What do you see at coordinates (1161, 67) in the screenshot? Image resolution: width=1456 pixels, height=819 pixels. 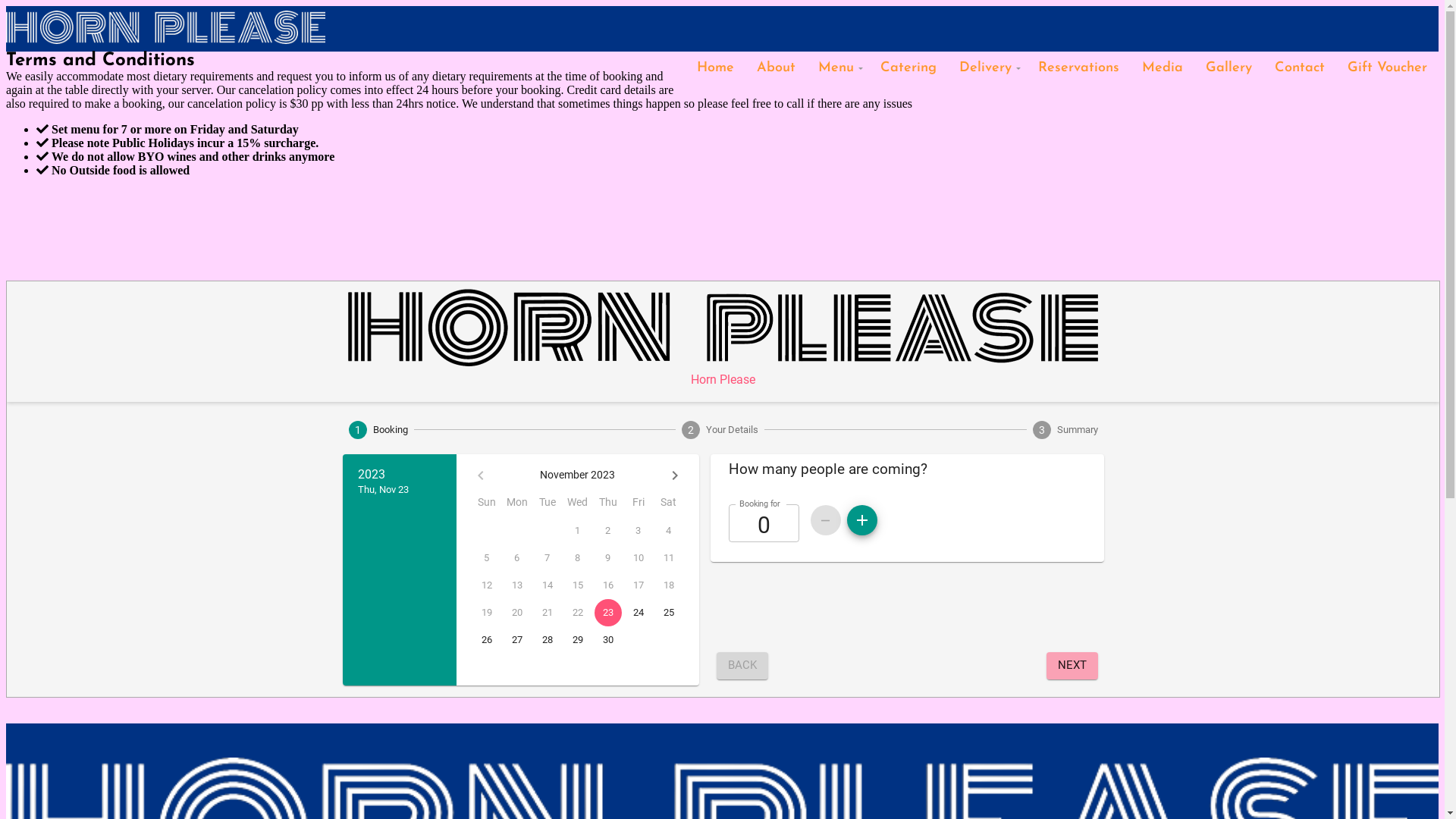 I see `'Media'` at bounding box center [1161, 67].